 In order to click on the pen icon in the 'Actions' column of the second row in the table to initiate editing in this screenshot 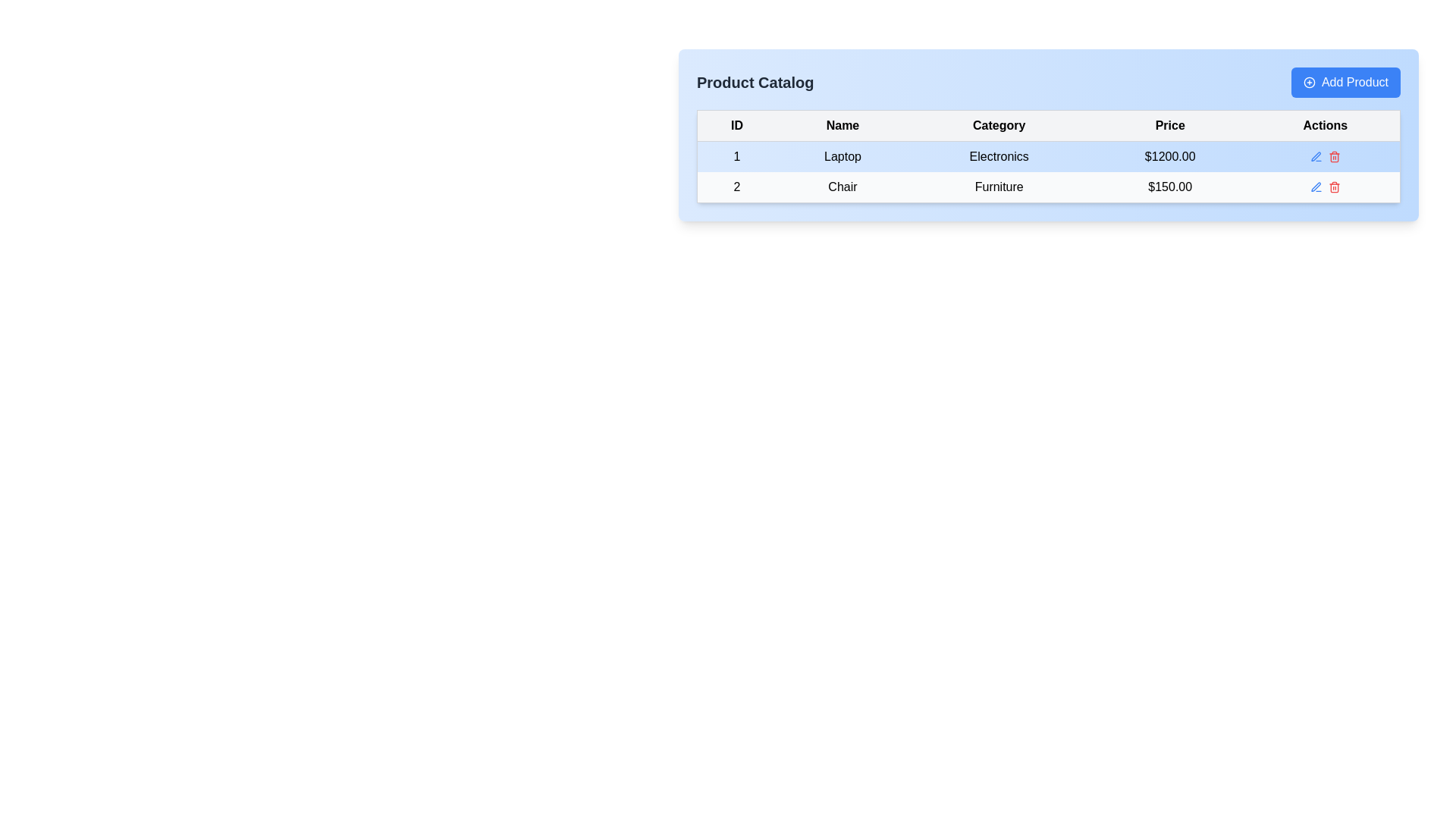, I will do `click(1315, 186)`.